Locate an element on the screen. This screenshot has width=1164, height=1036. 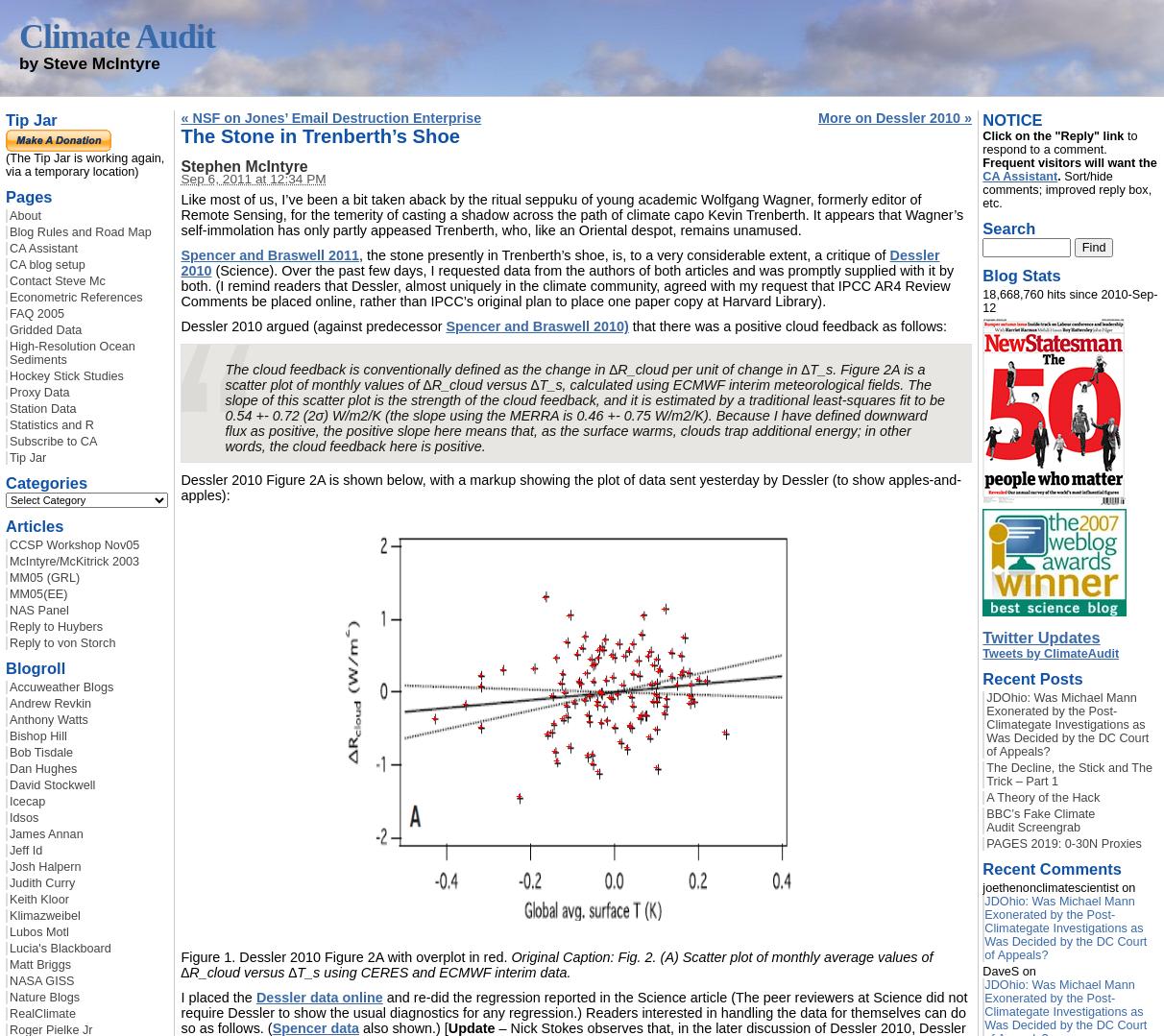
'Click on the "Reply" link' is located at coordinates (1052, 134).